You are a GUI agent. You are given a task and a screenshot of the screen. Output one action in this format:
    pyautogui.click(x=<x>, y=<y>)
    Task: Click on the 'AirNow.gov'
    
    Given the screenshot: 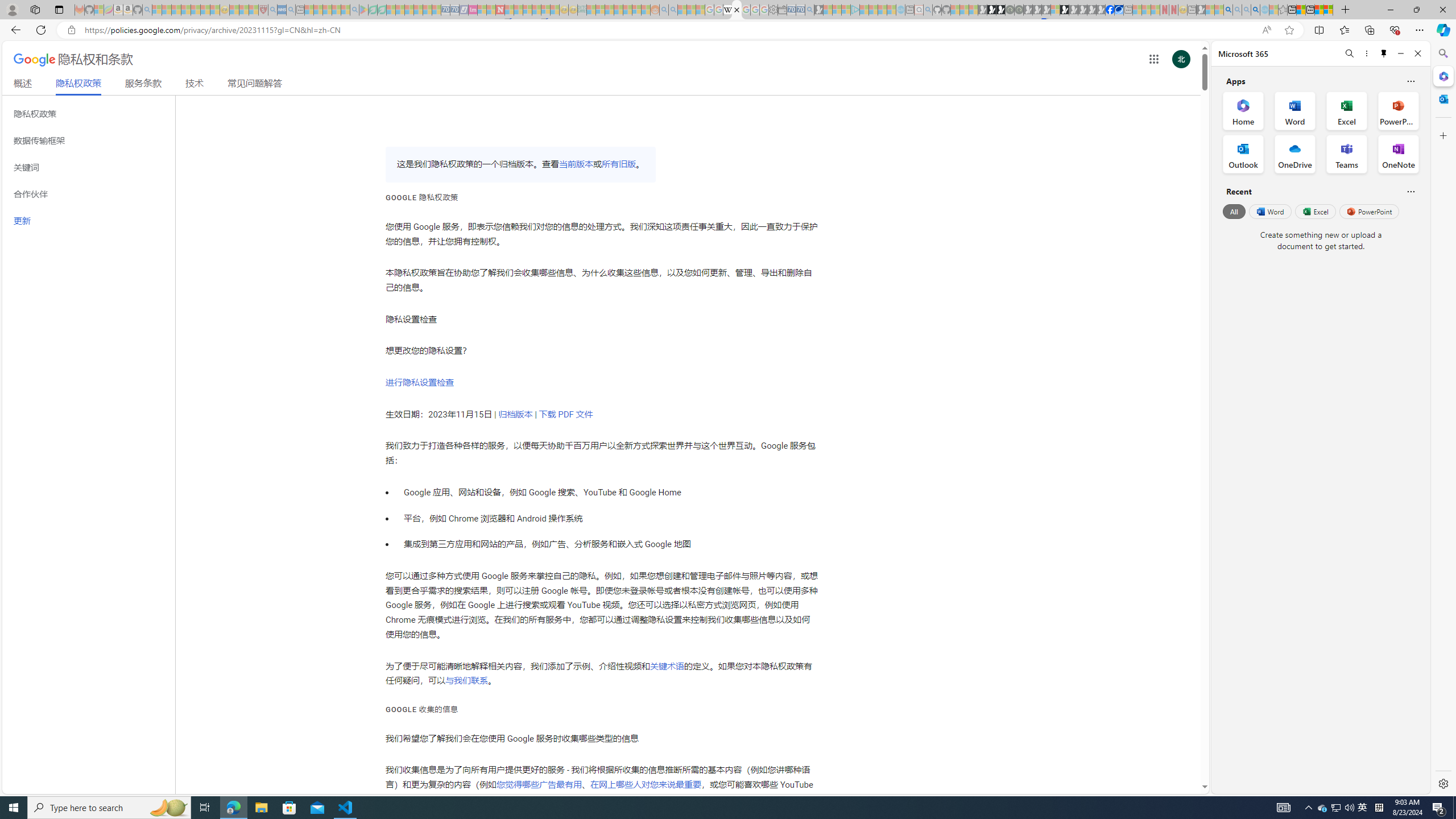 What is the action you would take?
    pyautogui.click(x=1118, y=9)
    